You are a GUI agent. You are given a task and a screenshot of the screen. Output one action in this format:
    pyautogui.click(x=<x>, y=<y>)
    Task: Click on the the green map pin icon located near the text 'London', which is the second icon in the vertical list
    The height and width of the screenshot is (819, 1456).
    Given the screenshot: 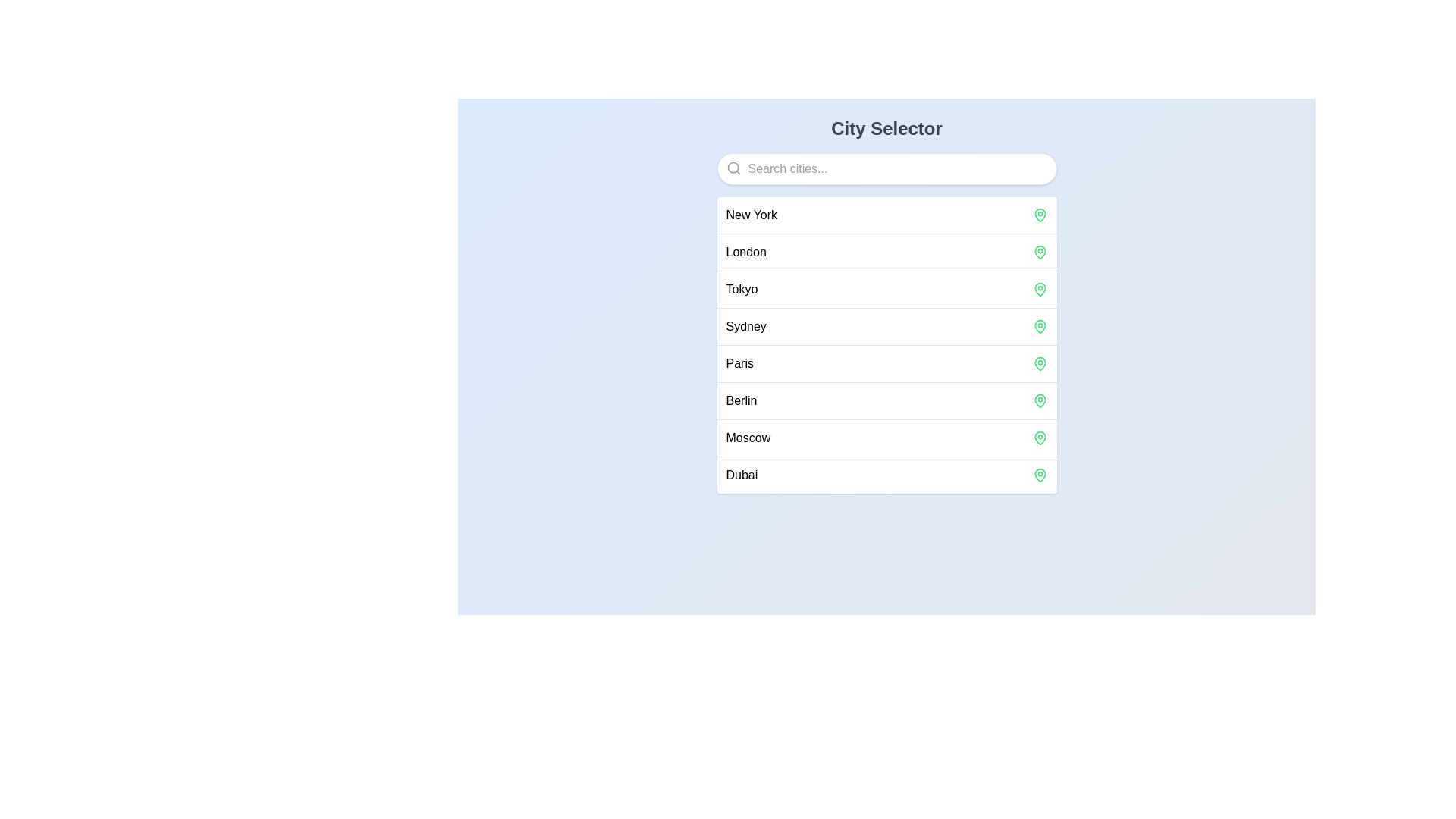 What is the action you would take?
    pyautogui.click(x=1039, y=251)
    